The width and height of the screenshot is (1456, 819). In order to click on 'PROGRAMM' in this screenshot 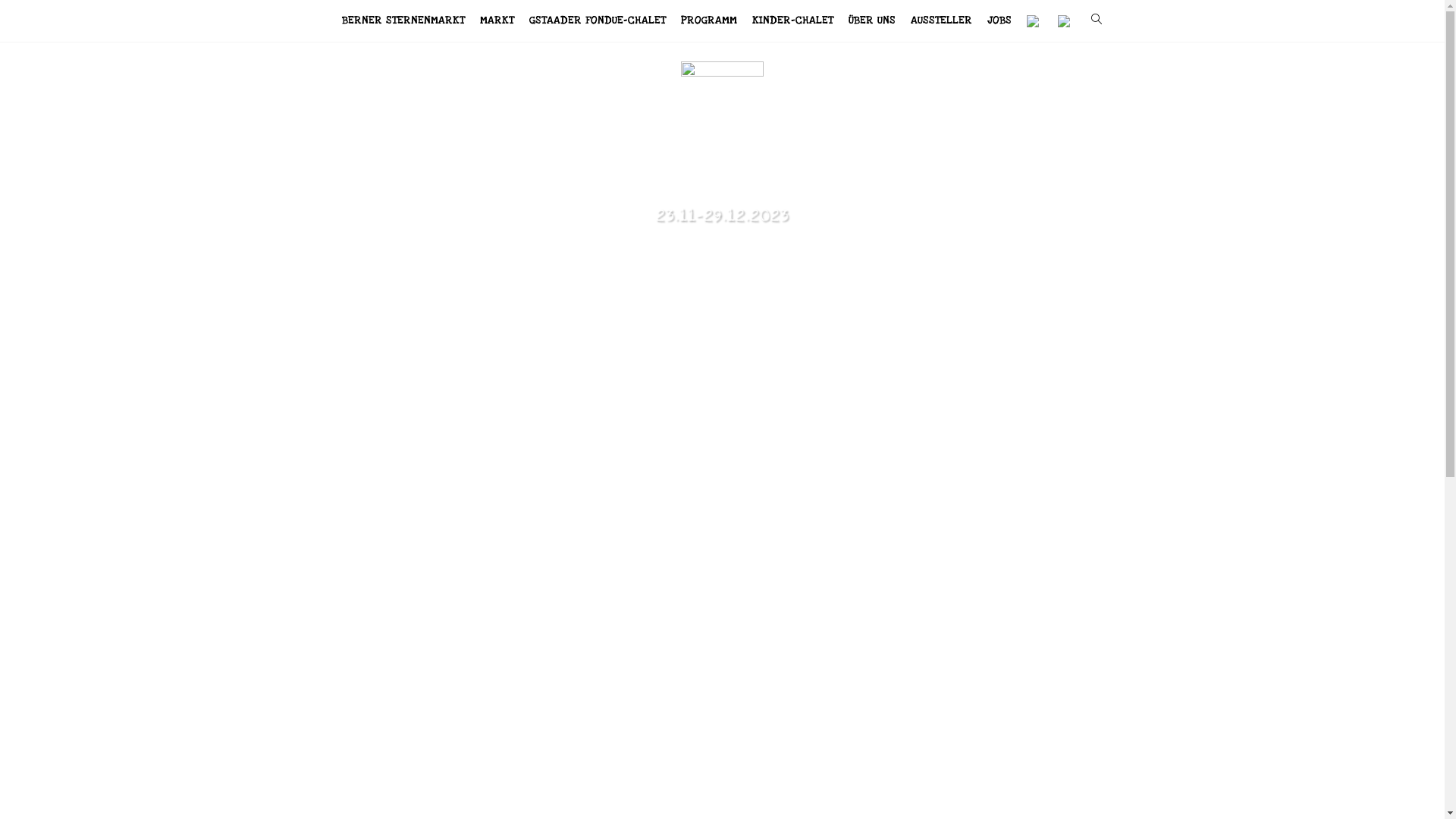, I will do `click(708, 20)`.